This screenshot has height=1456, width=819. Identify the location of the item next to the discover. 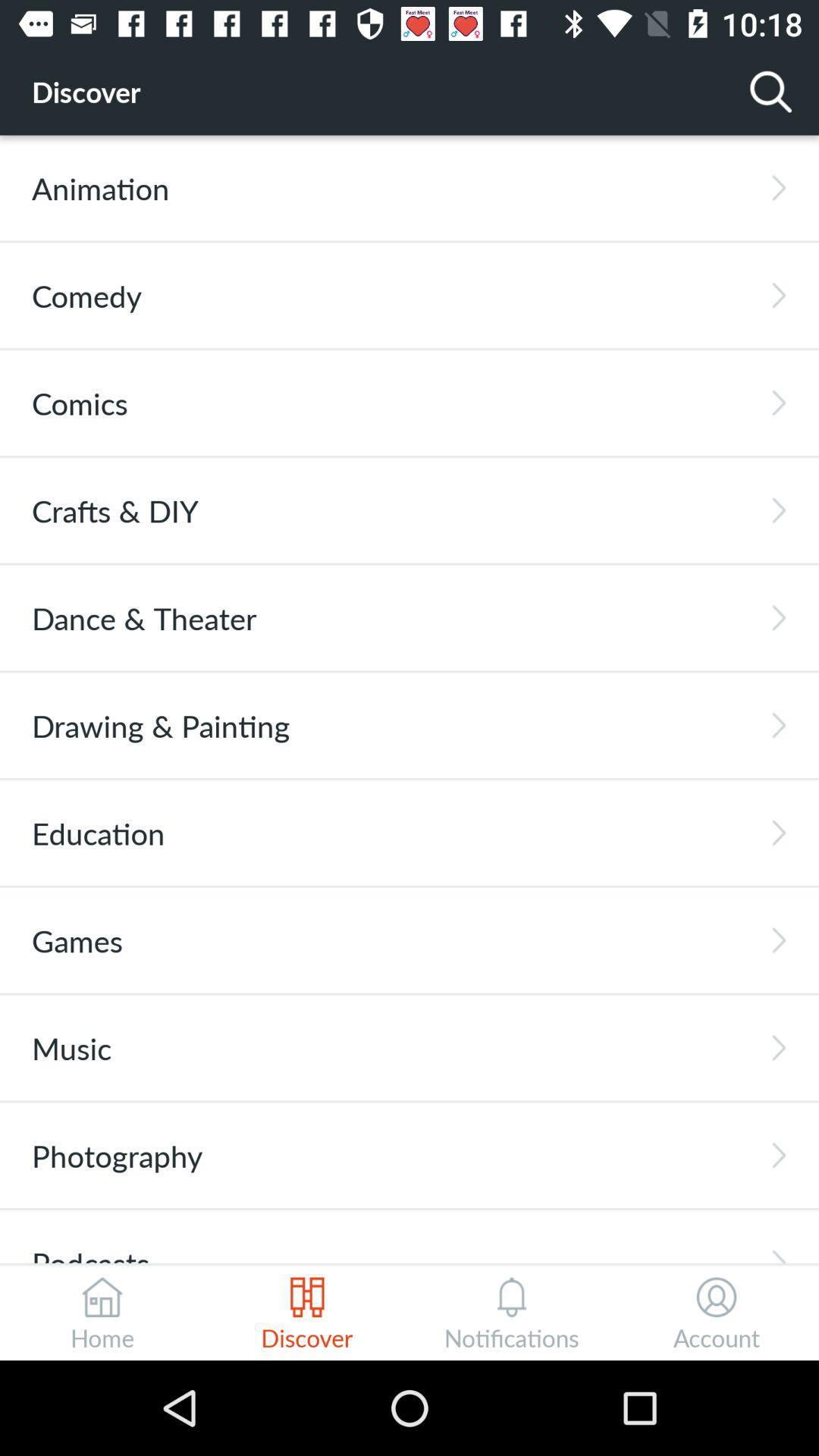
(771, 90).